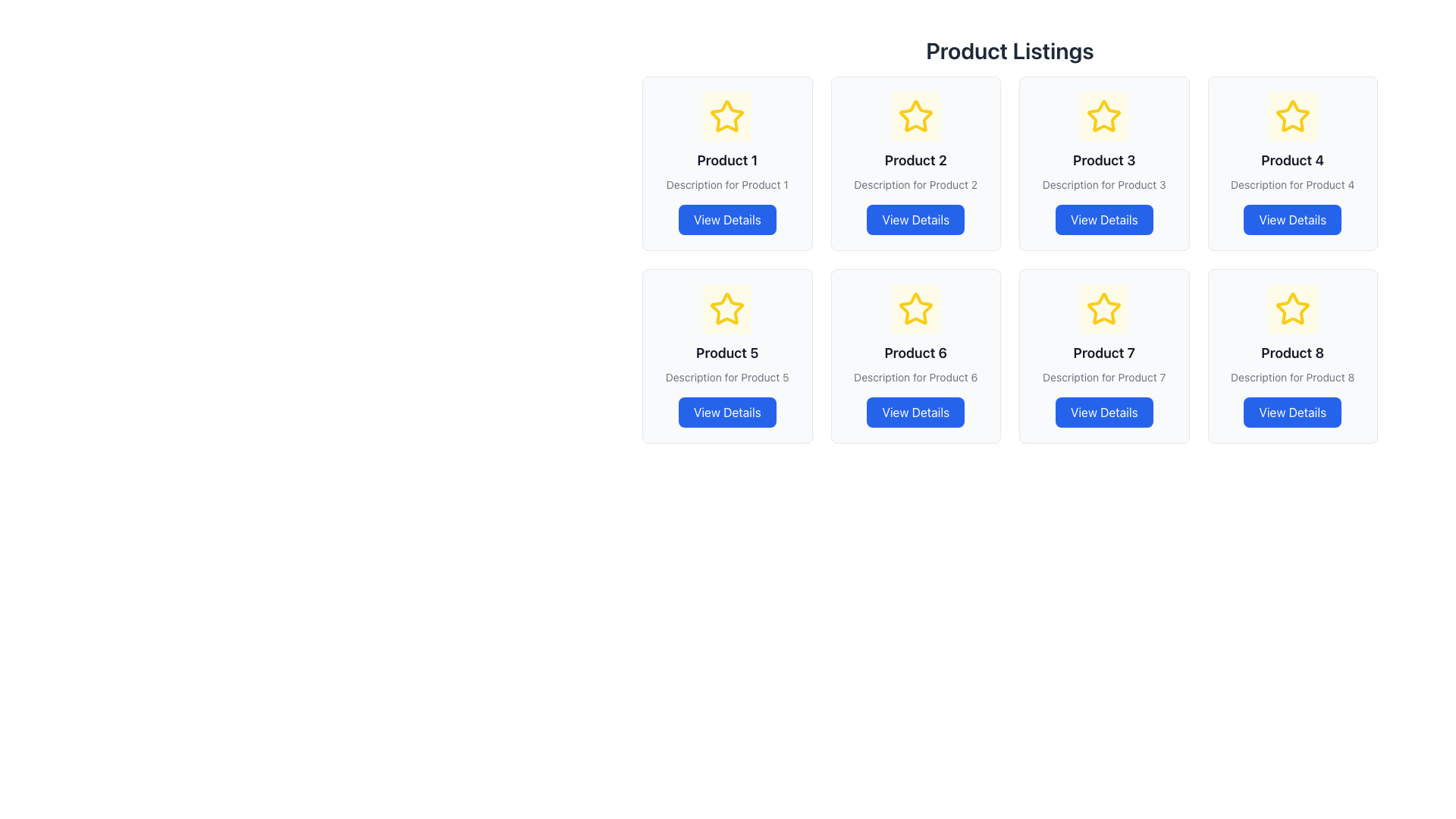  What do you see at coordinates (726, 164) in the screenshot?
I see `the first product card in the grid layout, which displays information about a product and has a button at the bottom` at bounding box center [726, 164].